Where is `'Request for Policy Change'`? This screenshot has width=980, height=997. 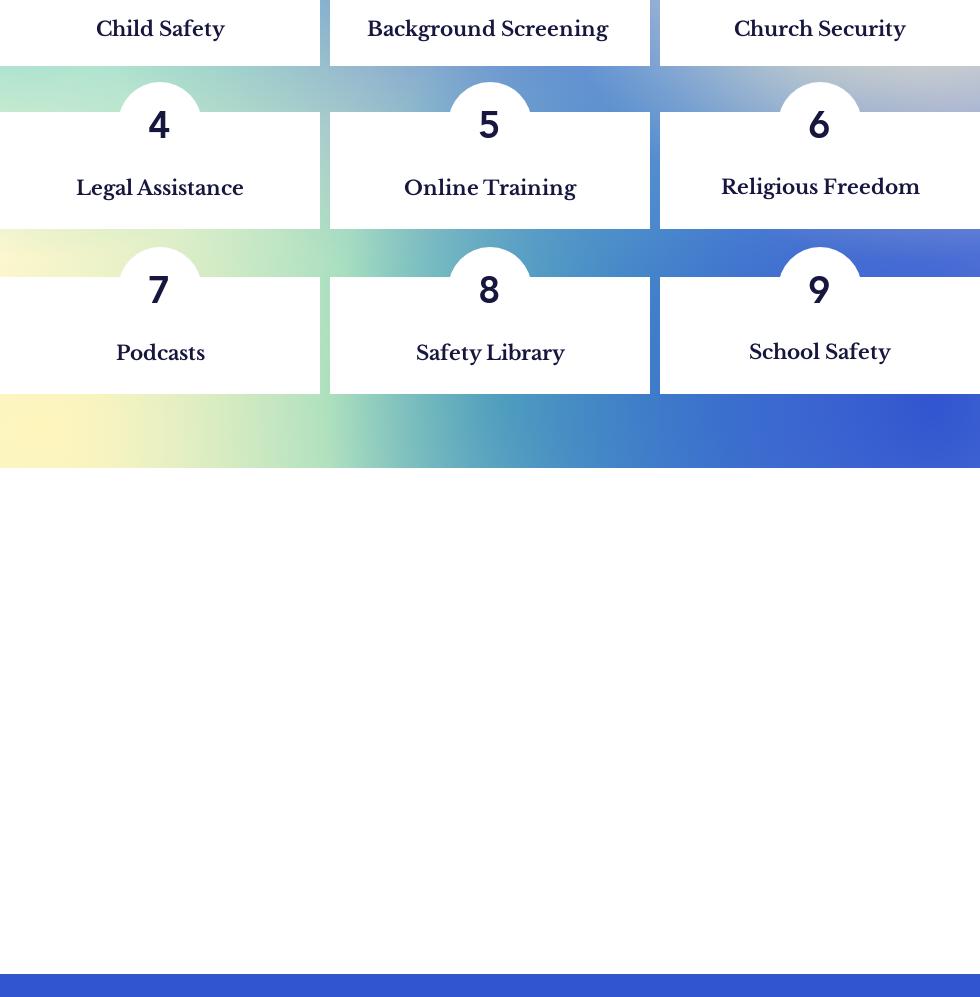 'Request for Policy Change' is located at coordinates (816, 857).